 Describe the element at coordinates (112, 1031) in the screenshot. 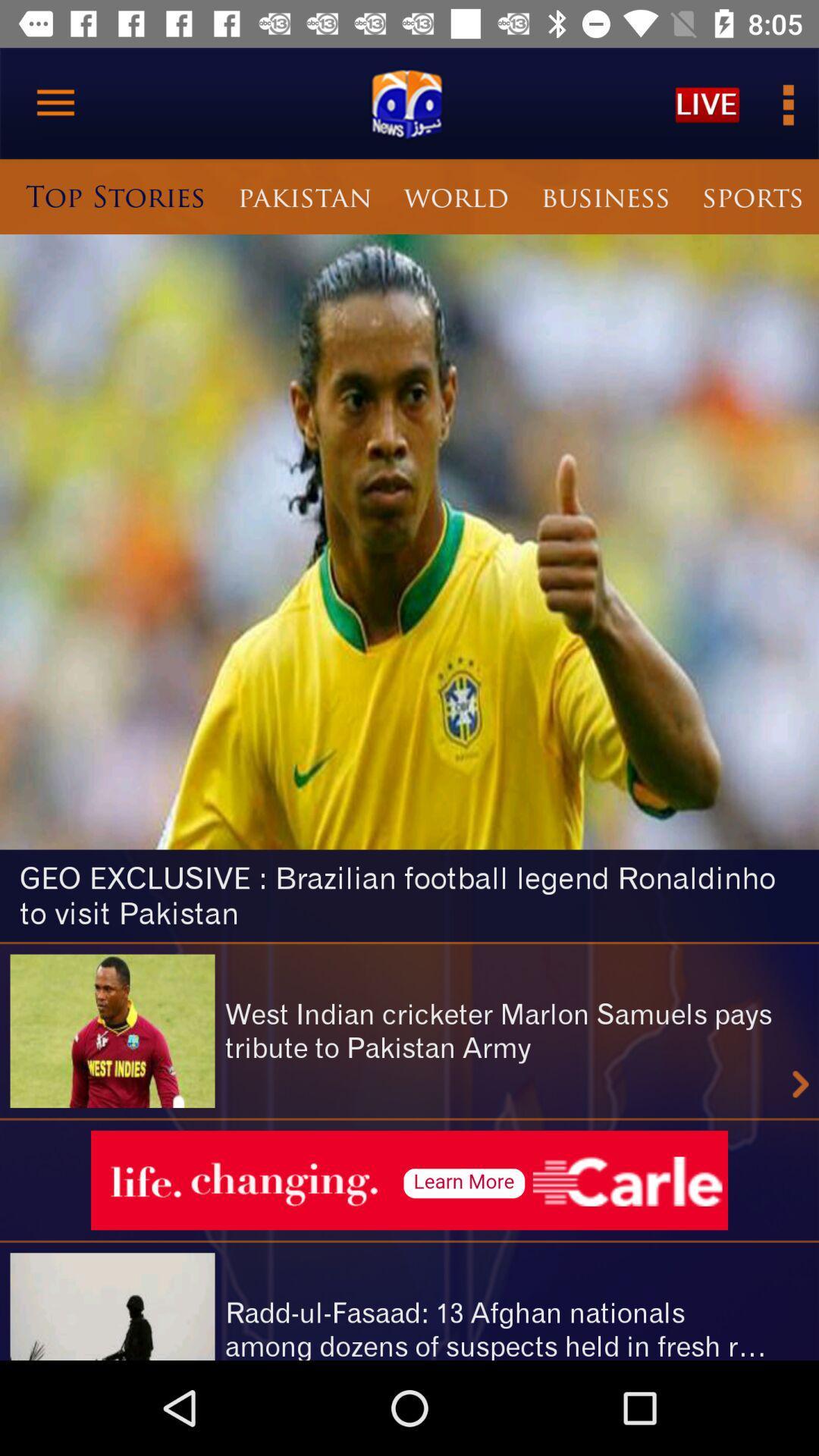

I see `the second image from top` at that location.